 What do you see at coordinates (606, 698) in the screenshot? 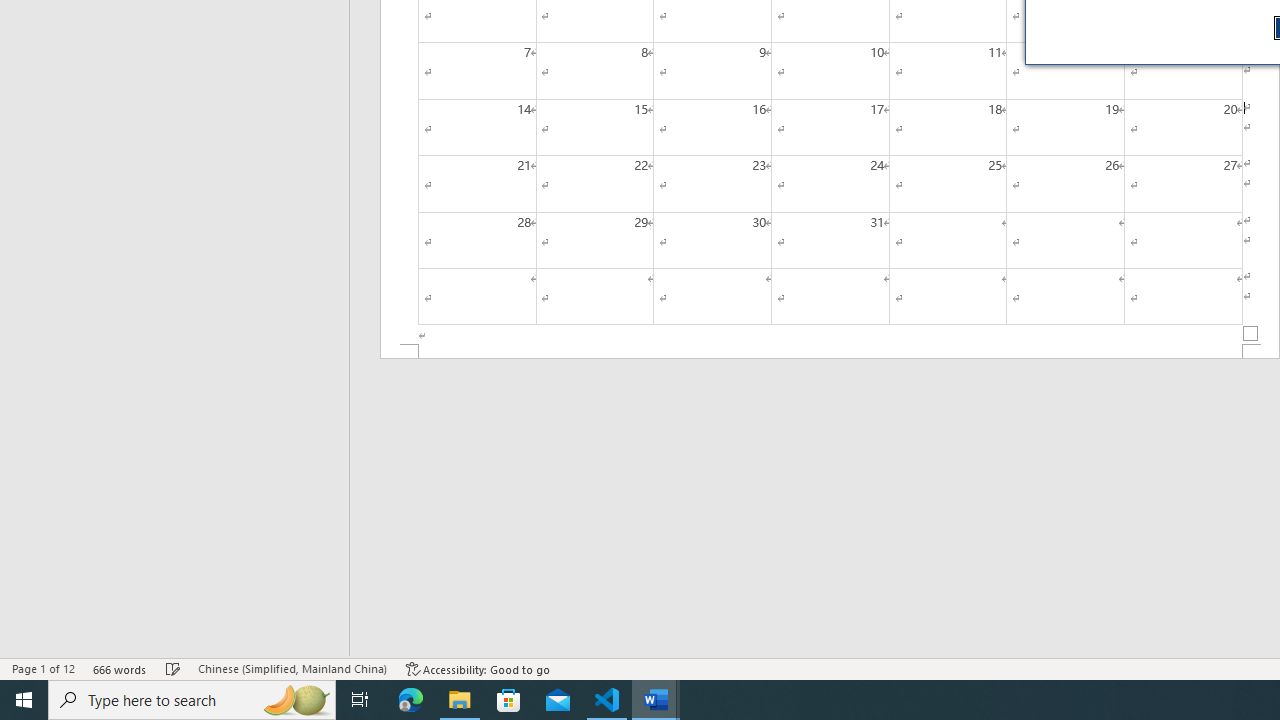
I see `'Visual Studio Code - 1 running window'` at bounding box center [606, 698].